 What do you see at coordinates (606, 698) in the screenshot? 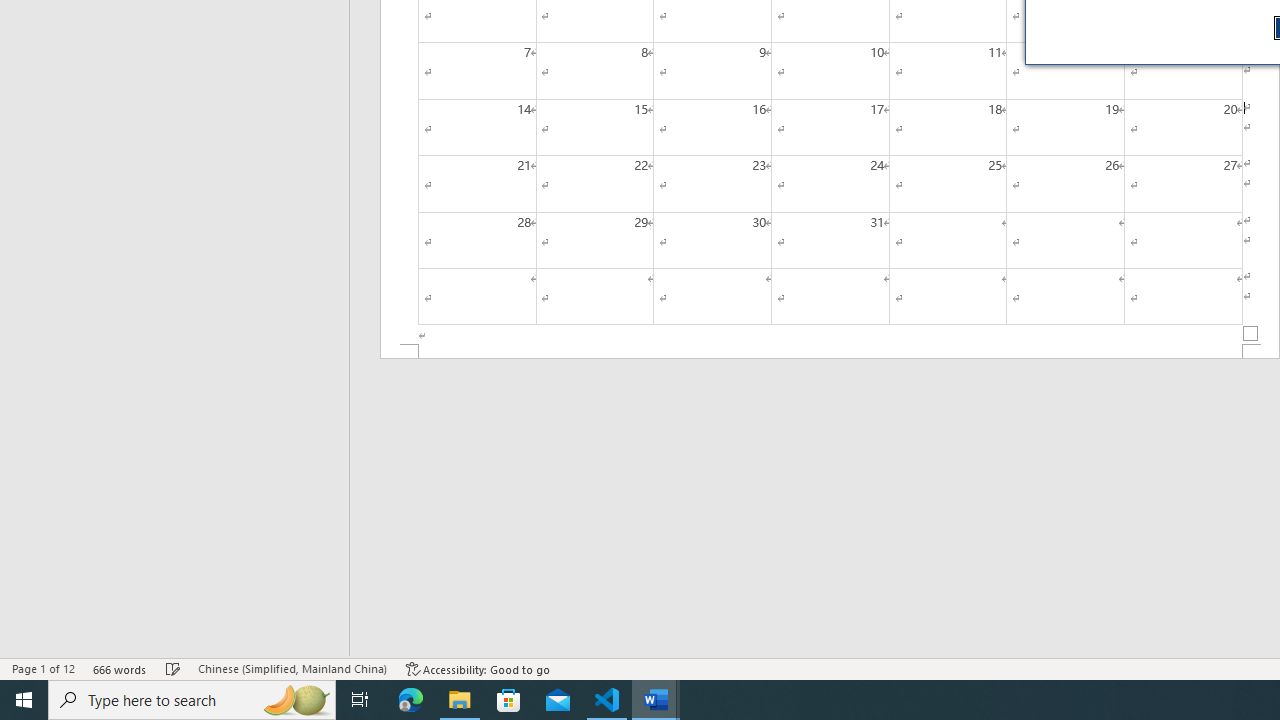
I see `'Visual Studio Code - 1 running window'` at bounding box center [606, 698].